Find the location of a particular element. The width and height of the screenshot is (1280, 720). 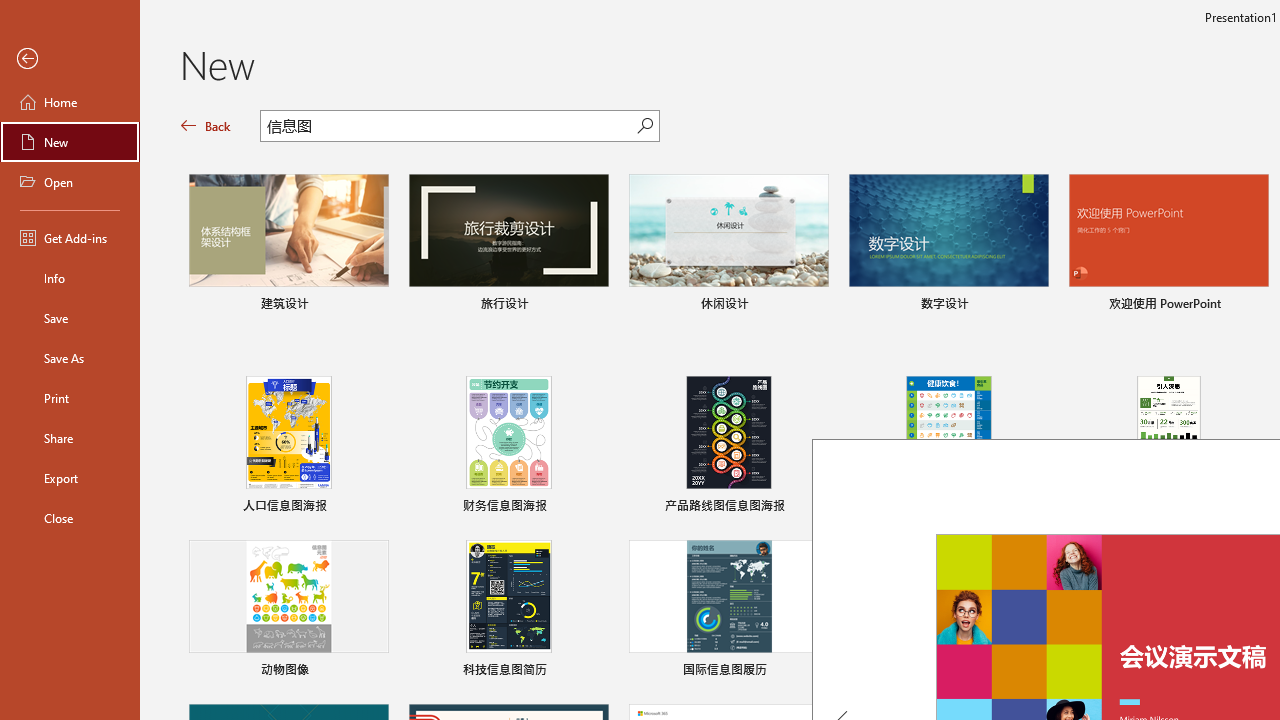

'Info' is located at coordinates (69, 277).